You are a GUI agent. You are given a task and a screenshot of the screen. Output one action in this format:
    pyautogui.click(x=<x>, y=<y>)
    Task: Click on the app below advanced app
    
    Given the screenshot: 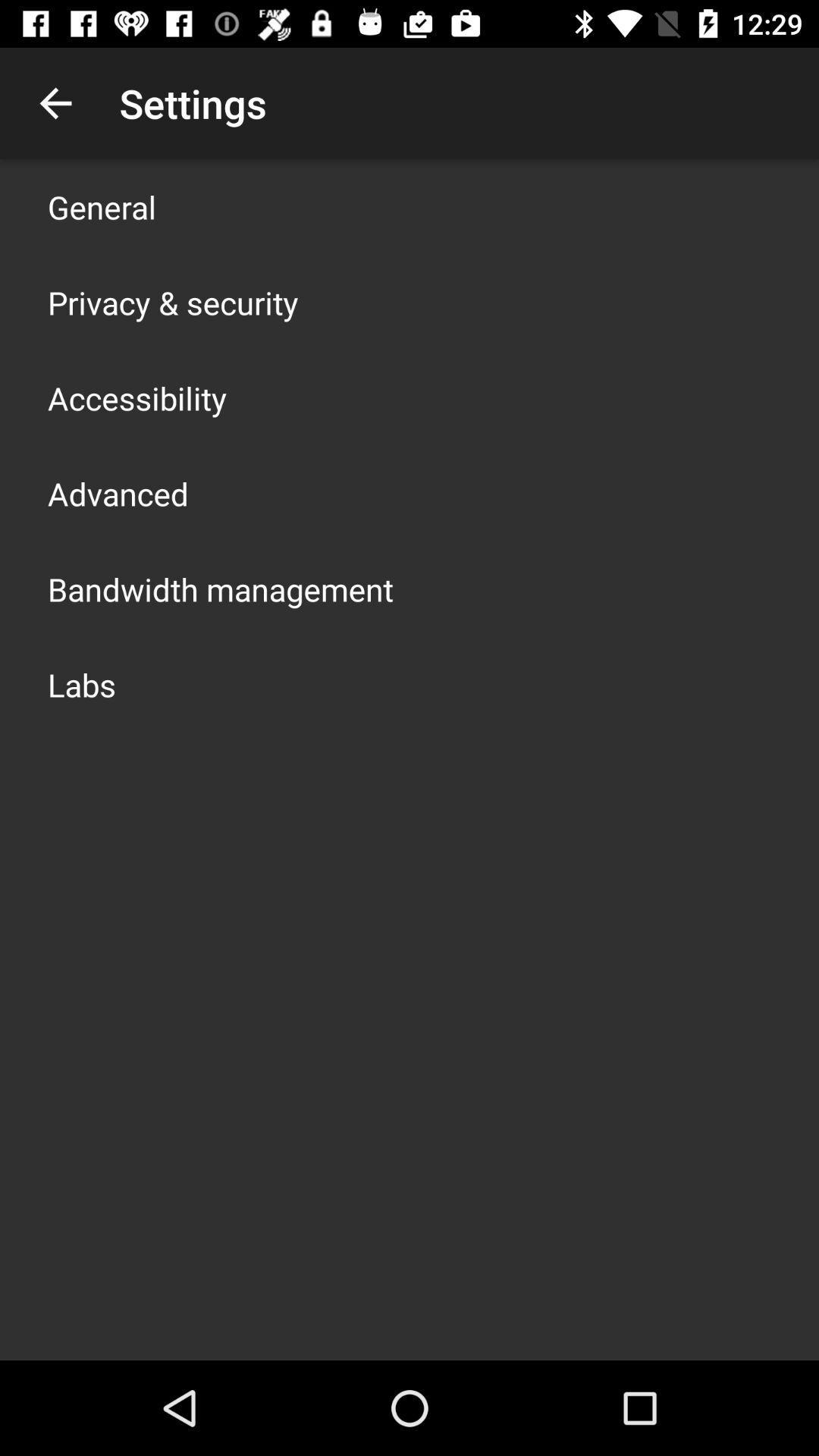 What is the action you would take?
    pyautogui.click(x=220, y=588)
    